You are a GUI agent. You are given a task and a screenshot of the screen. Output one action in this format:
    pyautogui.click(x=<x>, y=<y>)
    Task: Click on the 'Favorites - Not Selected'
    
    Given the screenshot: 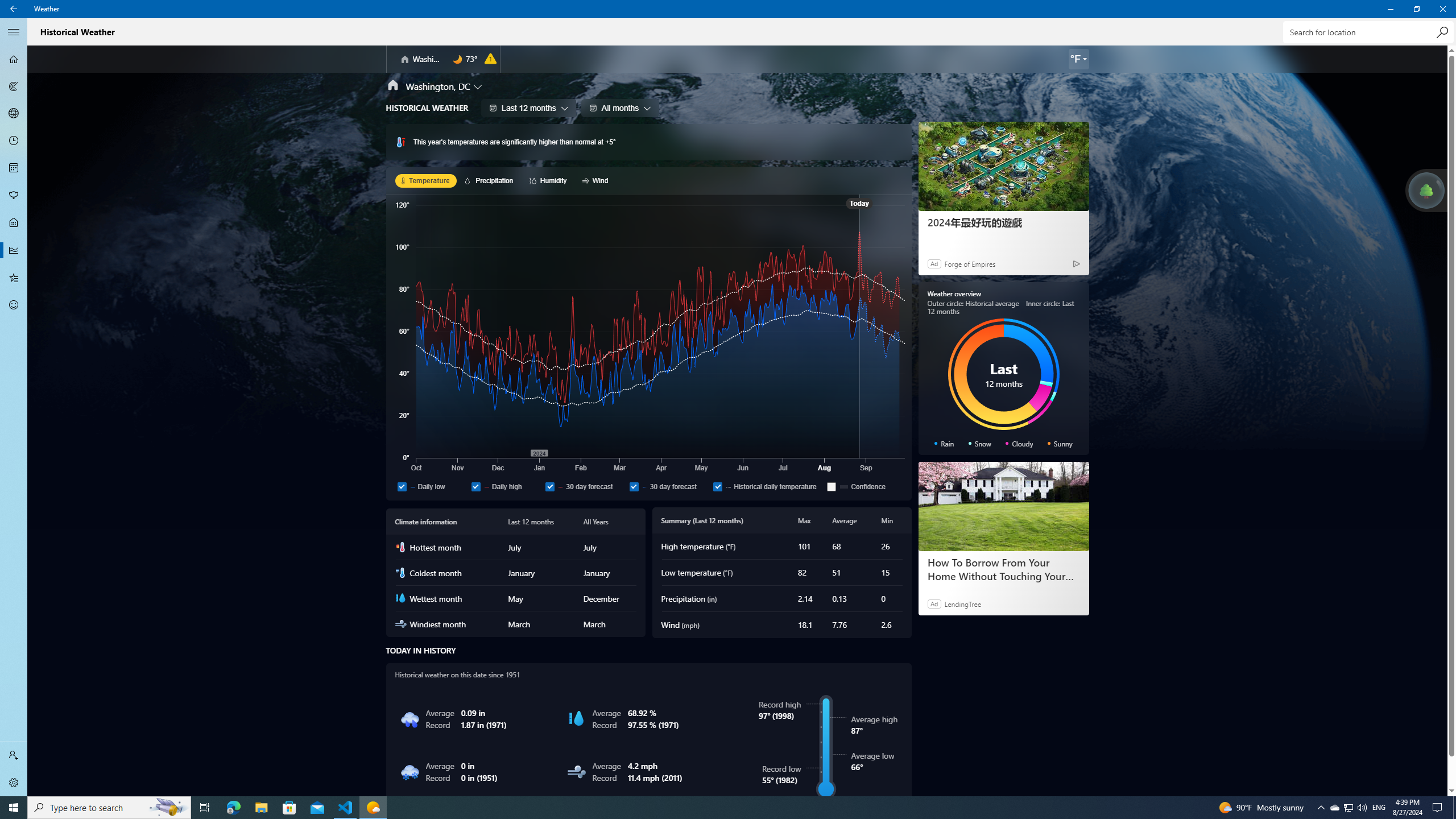 What is the action you would take?
    pyautogui.click(x=14, y=277)
    